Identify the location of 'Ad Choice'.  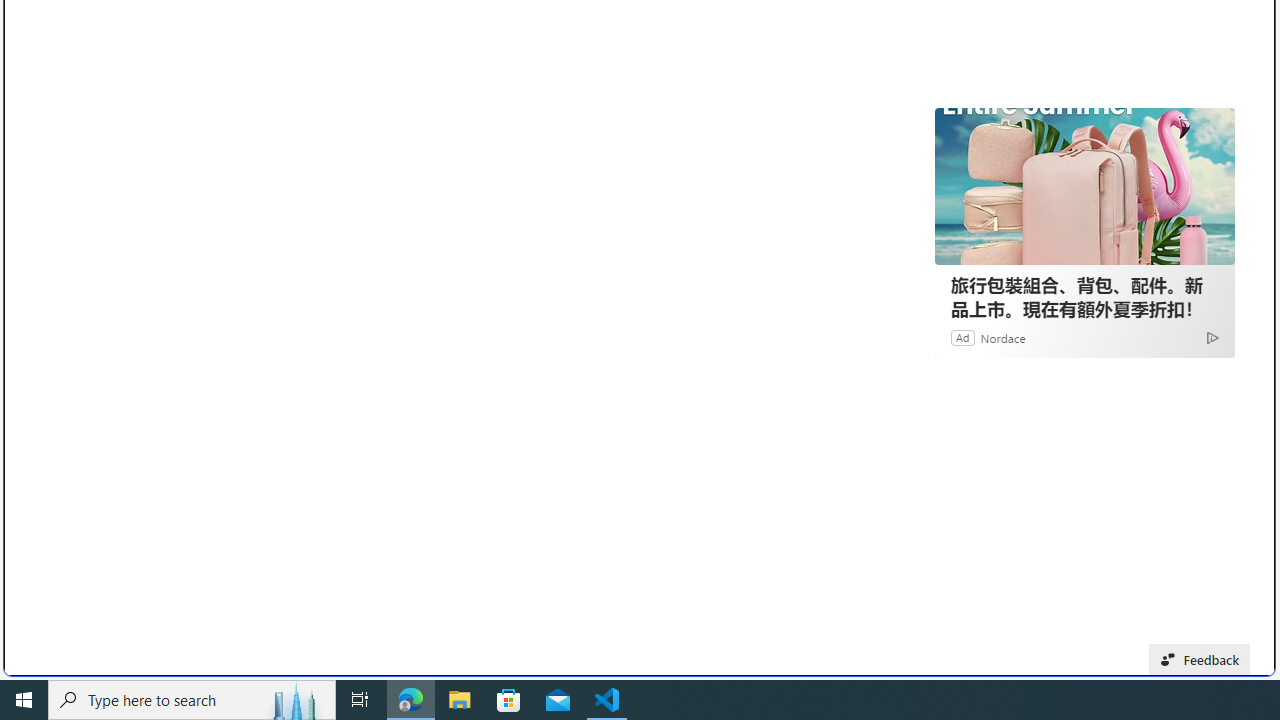
(1211, 336).